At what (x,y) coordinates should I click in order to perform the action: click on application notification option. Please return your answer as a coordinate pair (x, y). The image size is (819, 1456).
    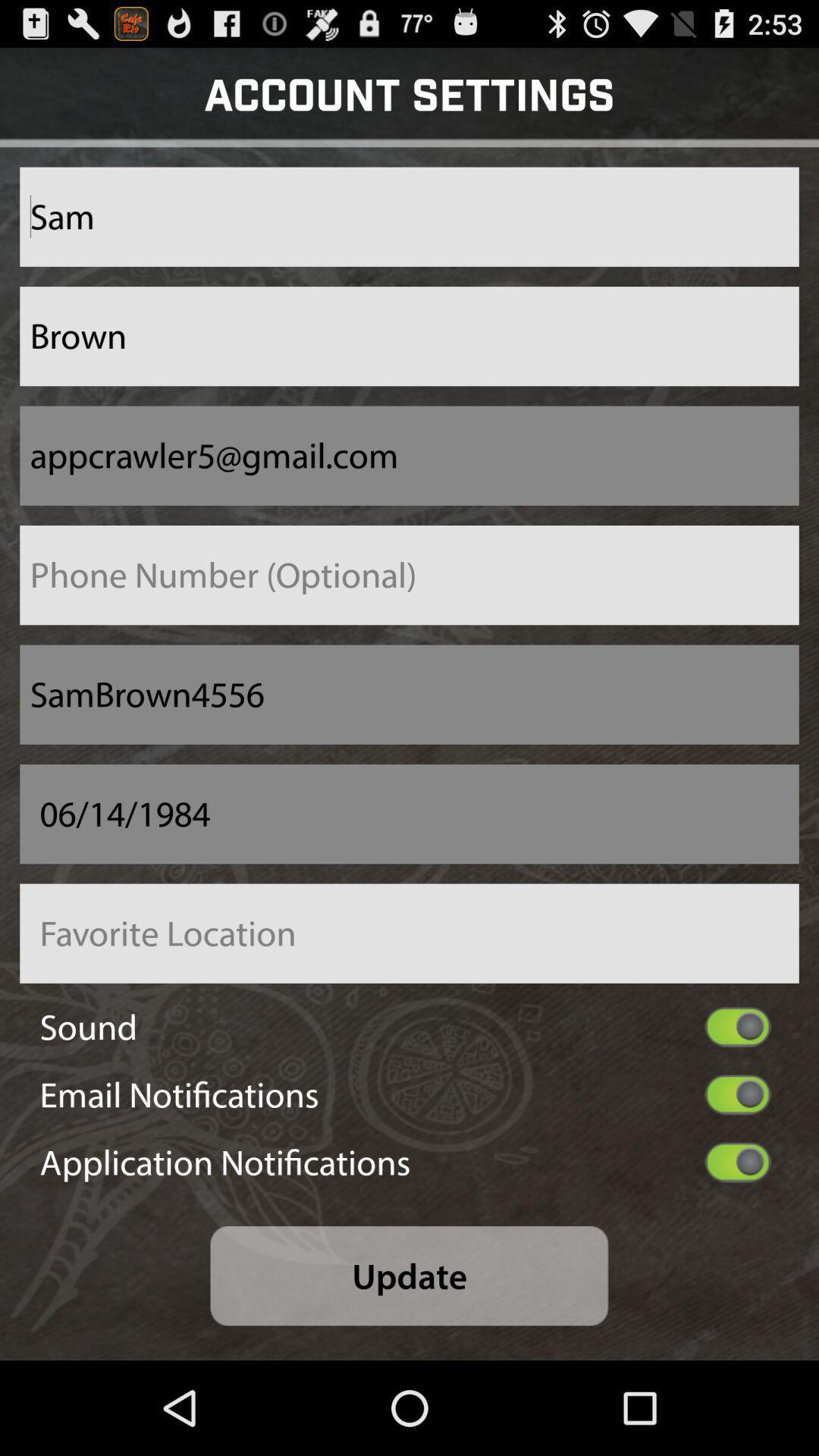
    Looking at the image, I should click on (737, 1161).